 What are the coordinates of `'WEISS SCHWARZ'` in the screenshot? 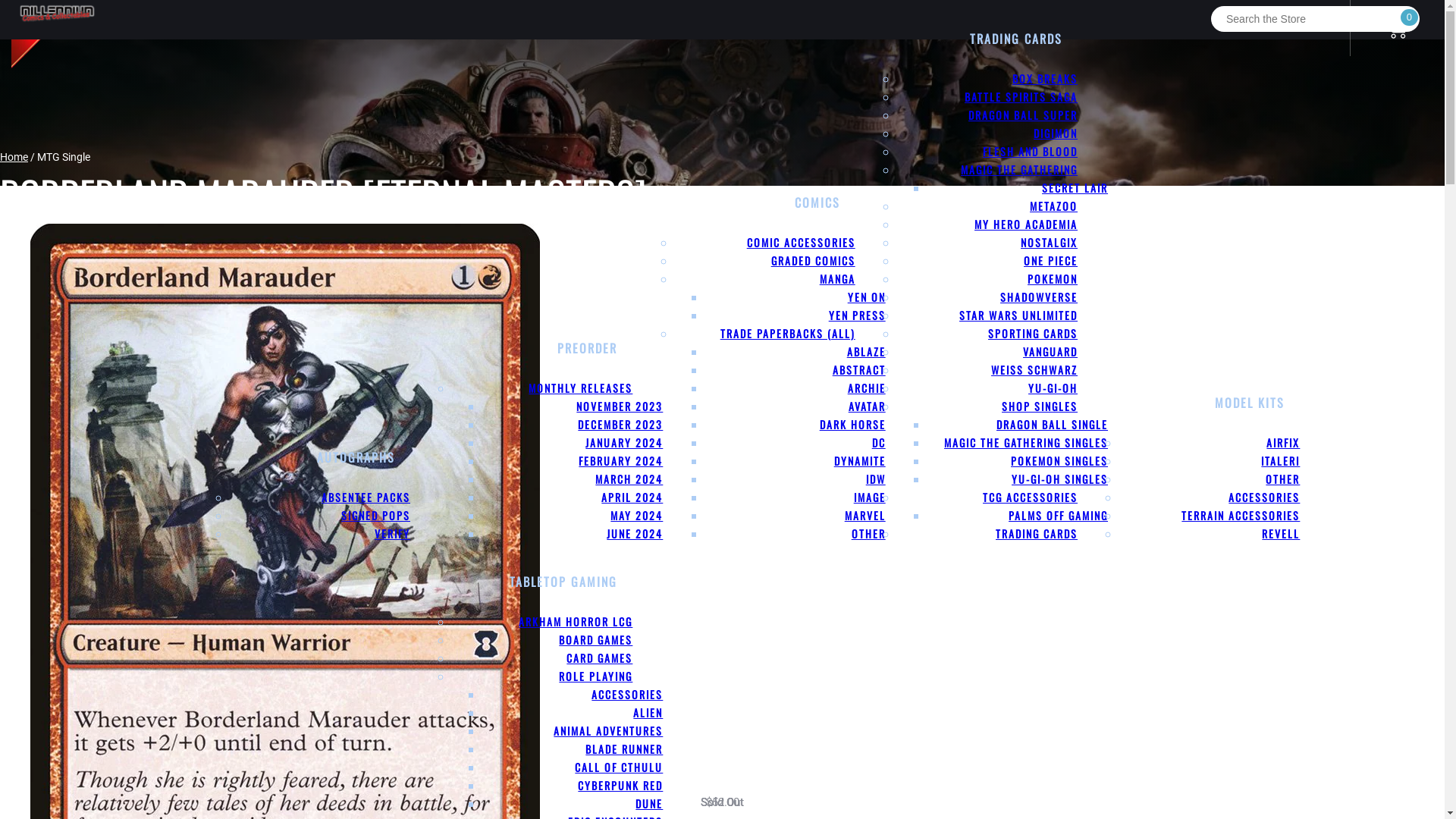 It's located at (1033, 369).